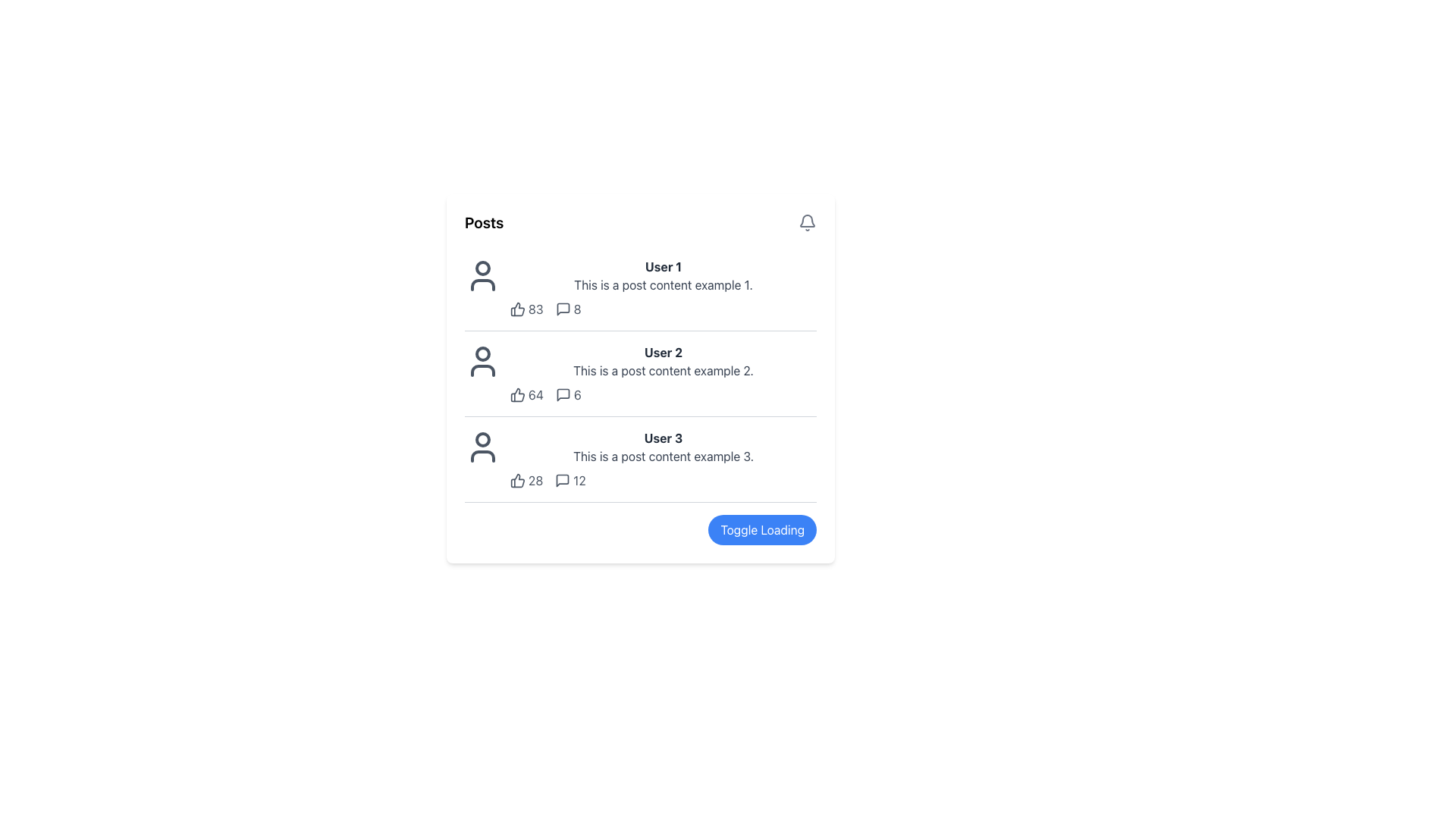 Image resolution: width=1456 pixels, height=819 pixels. I want to click on the thumbs-up icon, which is a vector graphic resembling a hand with a thumbs-up gesture, positioned near the upper left region of the interface, adjacent to the post content of 'User 1', so click(517, 309).